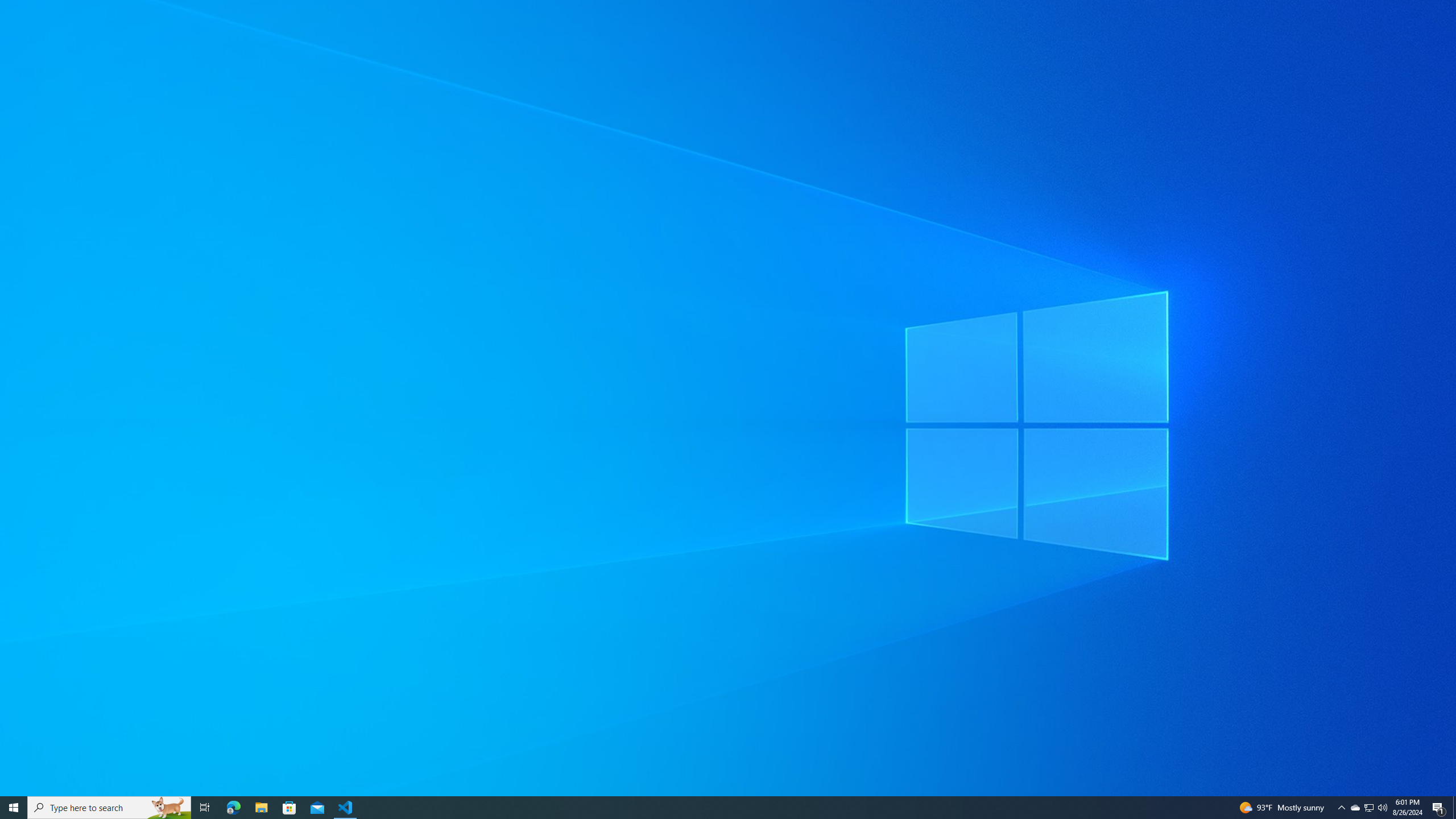  Describe the element at coordinates (233, 806) in the screenshot. I see `'Microsoft Edge'` at that location.